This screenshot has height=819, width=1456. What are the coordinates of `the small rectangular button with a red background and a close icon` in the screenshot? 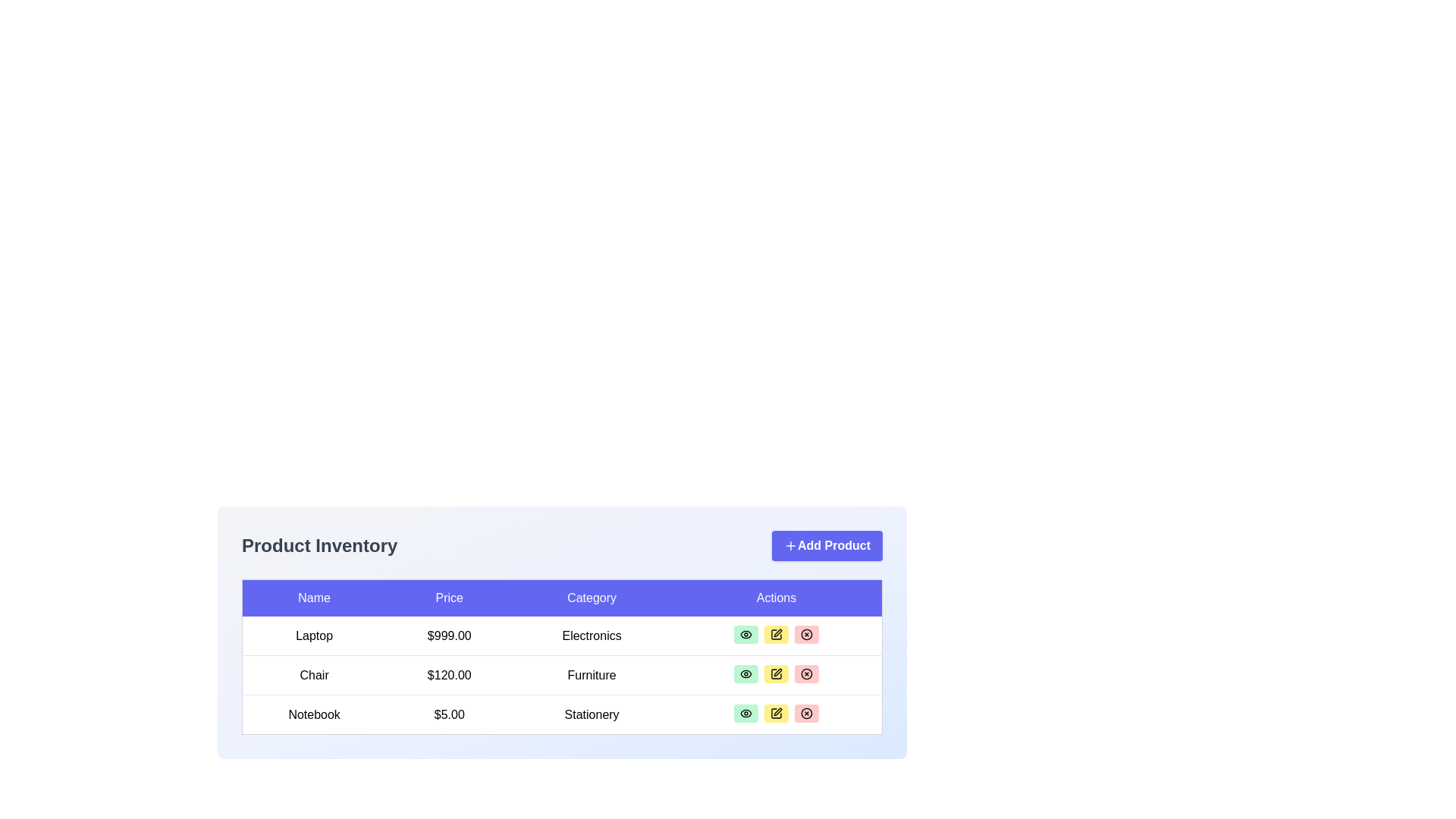 It's located at (805, 635).